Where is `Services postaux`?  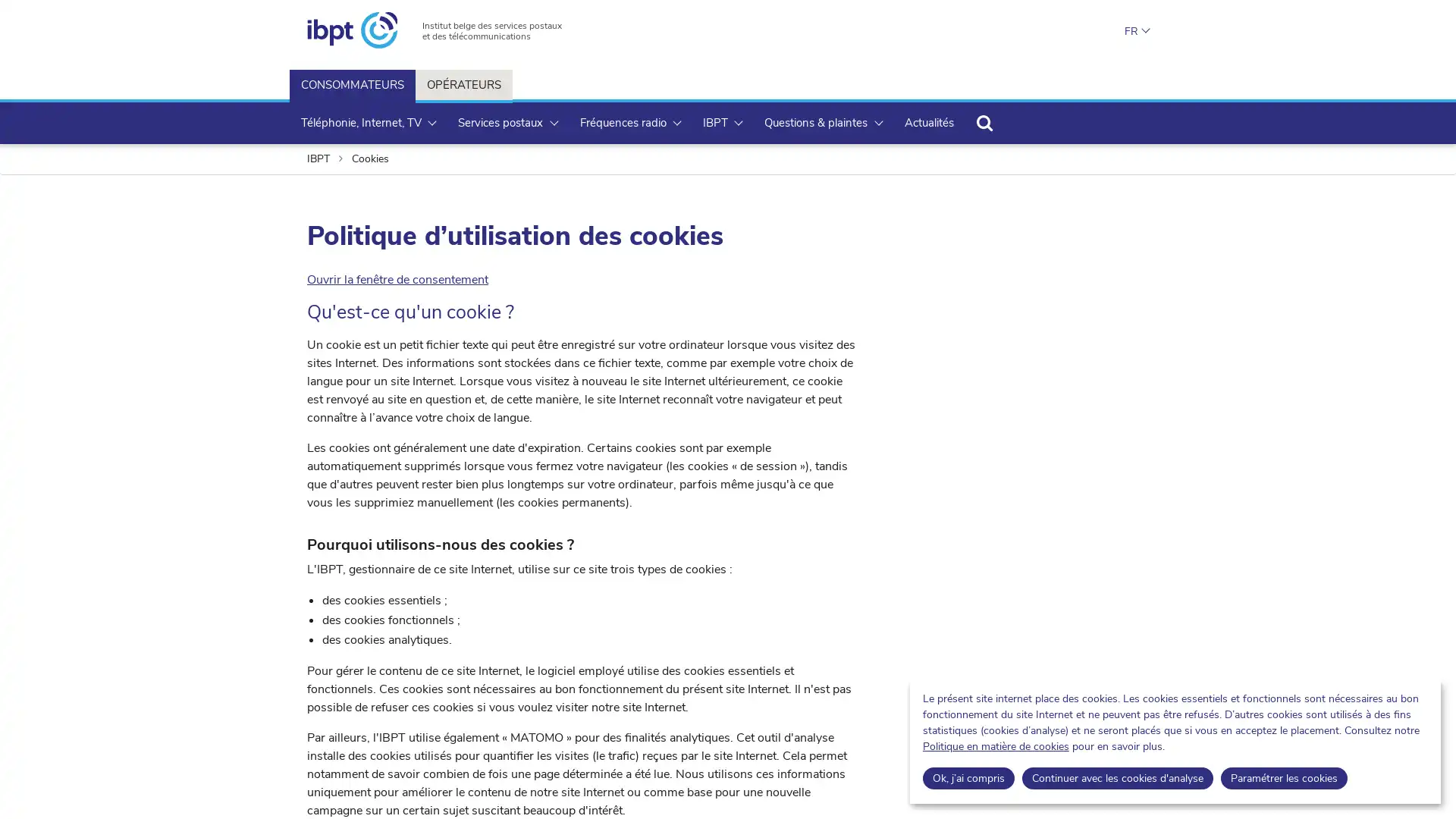
Services postaux is located at coordinates (507, 122).